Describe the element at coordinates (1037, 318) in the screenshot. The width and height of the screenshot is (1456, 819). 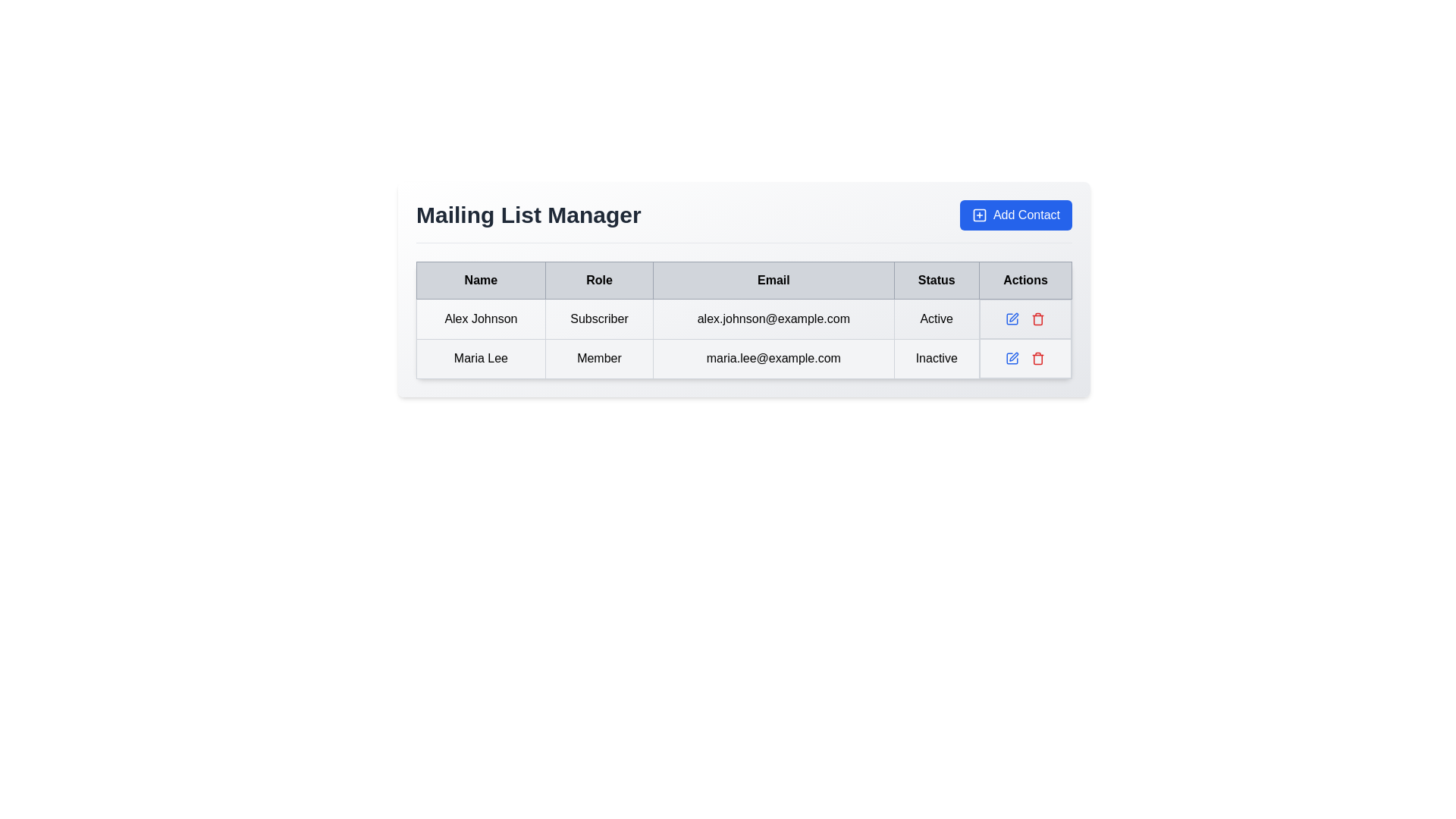
I see `the delete button in the 'Actions' column of the second row in the table` at that location.